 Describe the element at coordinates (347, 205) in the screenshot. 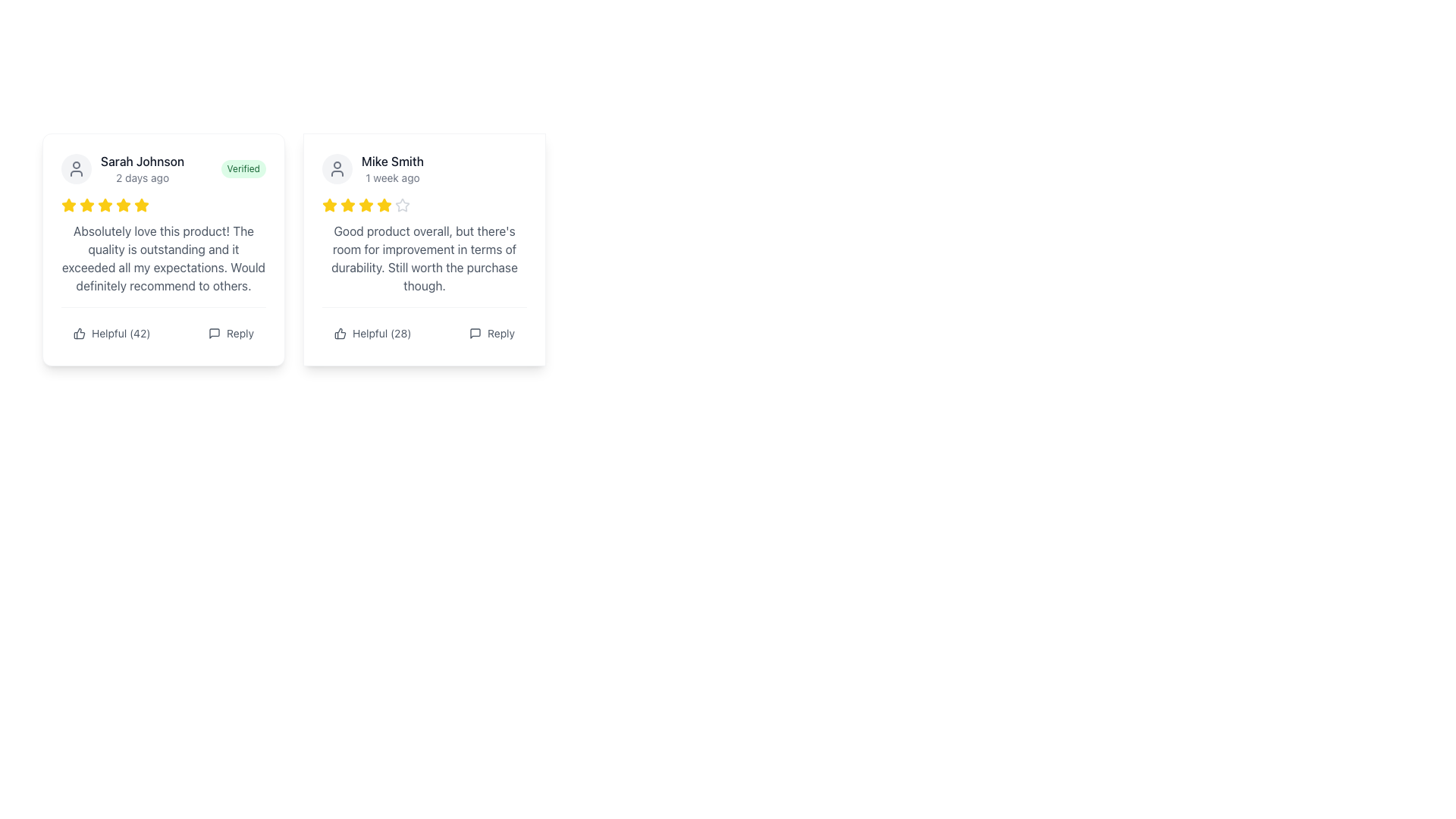

I see `third yellow star icon in the rating system associated with the review by 'Mike Smith' using the browser's developer tools` at that location.